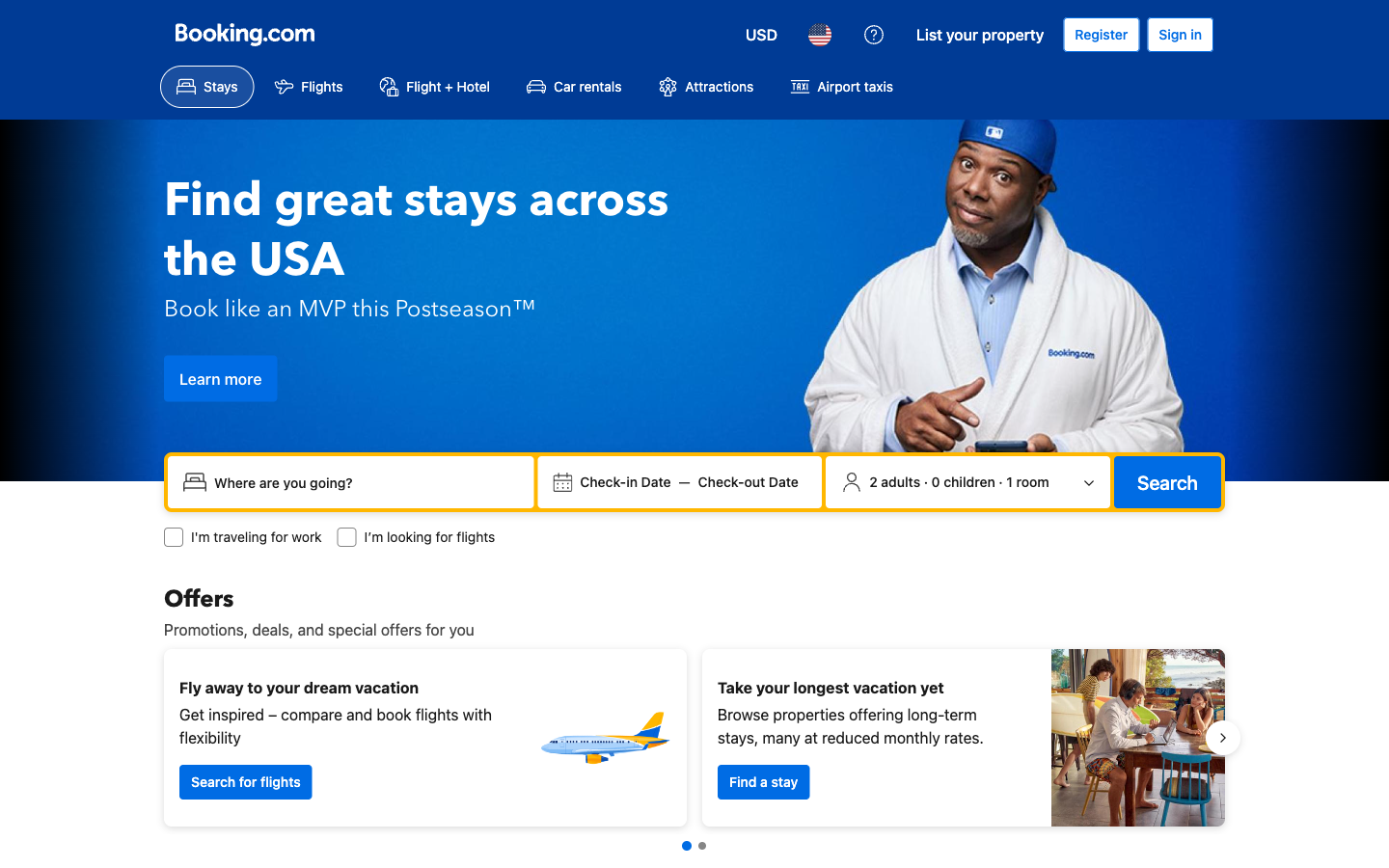  Describe the element at coordinates (1166, 481) in the screenshot. I see `Locate and select the search button for available accommodations` at that location.